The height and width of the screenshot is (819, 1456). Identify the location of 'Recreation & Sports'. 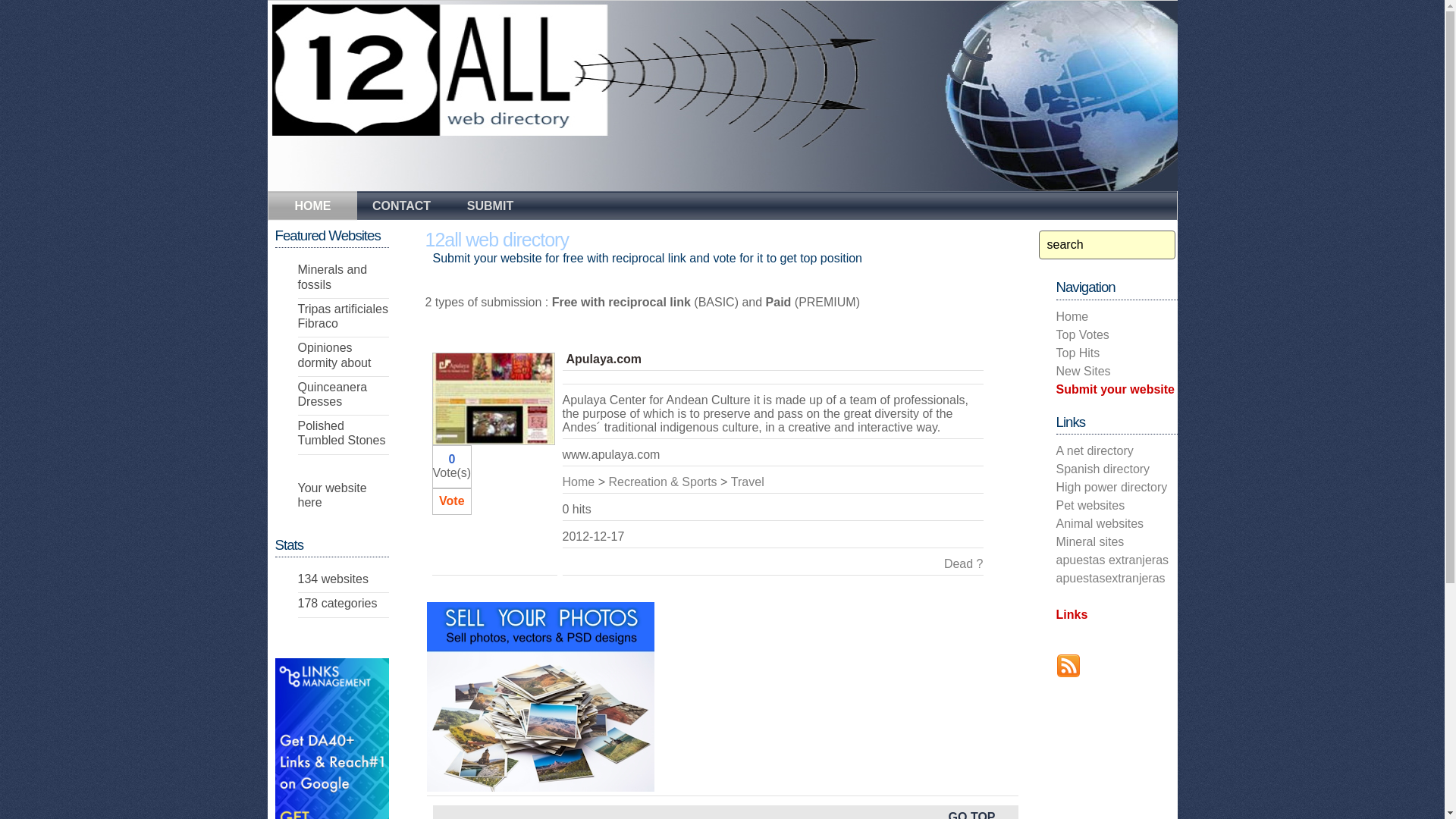
(607, 482).